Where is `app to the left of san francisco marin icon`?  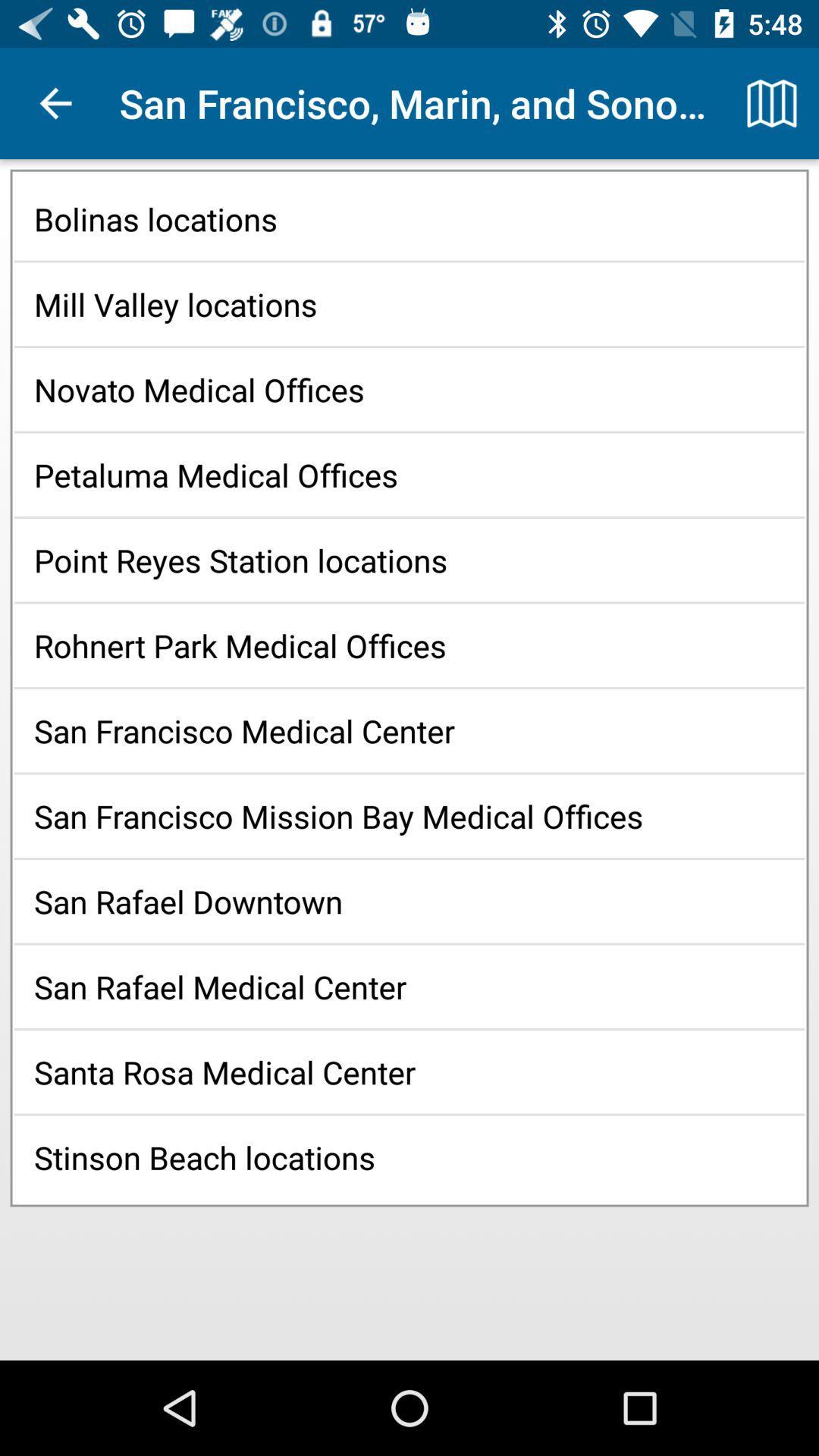 app to the left of san francisco marin icon is located at coordinates (55, 102).